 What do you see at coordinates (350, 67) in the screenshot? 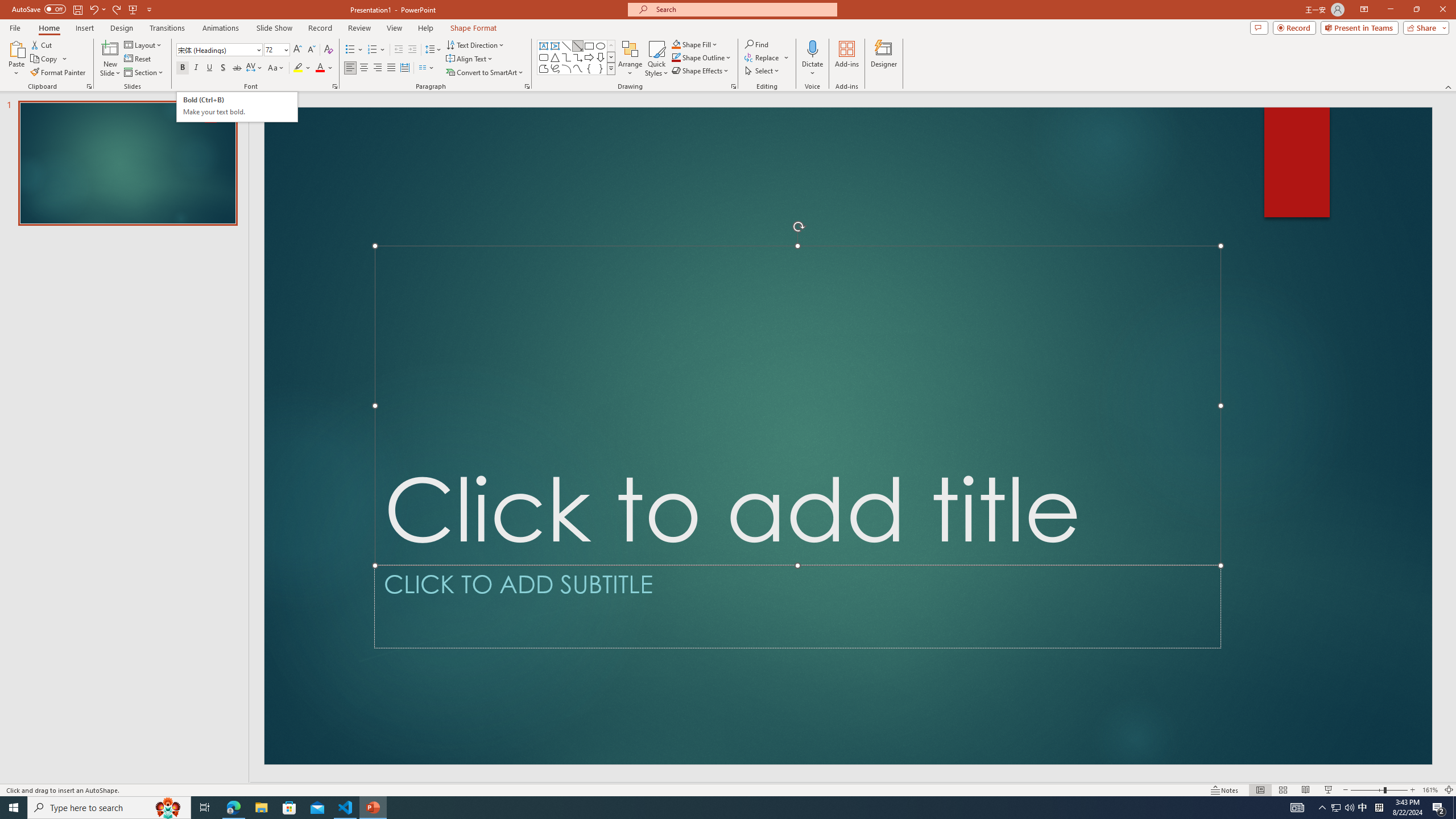
I see `'Align Left'` at bounding box center [350, 67].